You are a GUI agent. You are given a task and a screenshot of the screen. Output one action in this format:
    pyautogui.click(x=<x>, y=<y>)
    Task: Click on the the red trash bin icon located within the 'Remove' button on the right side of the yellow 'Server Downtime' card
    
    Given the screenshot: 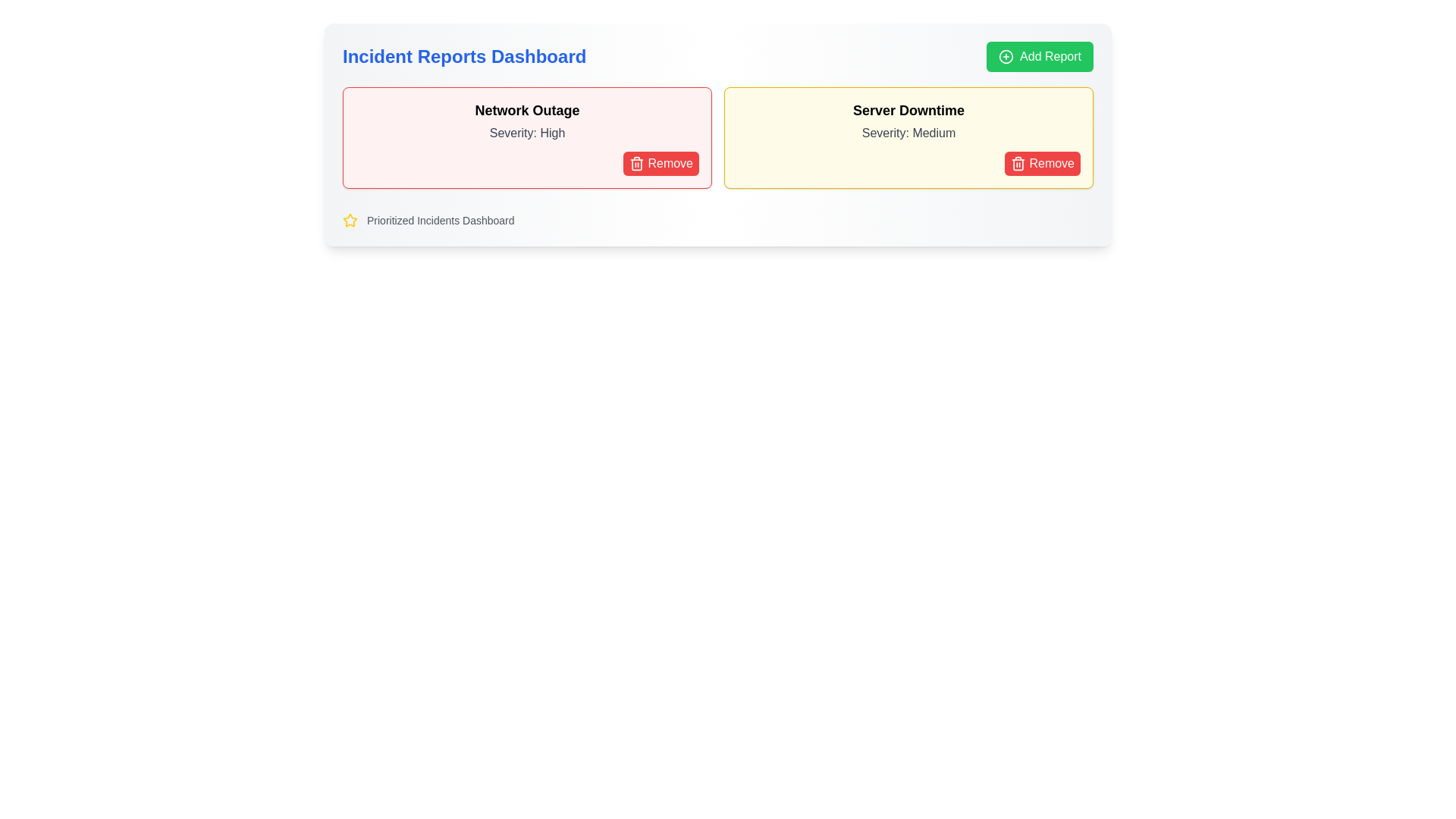 What is the action you would take?
    pyautogui.click(x=1018, y=164)
    